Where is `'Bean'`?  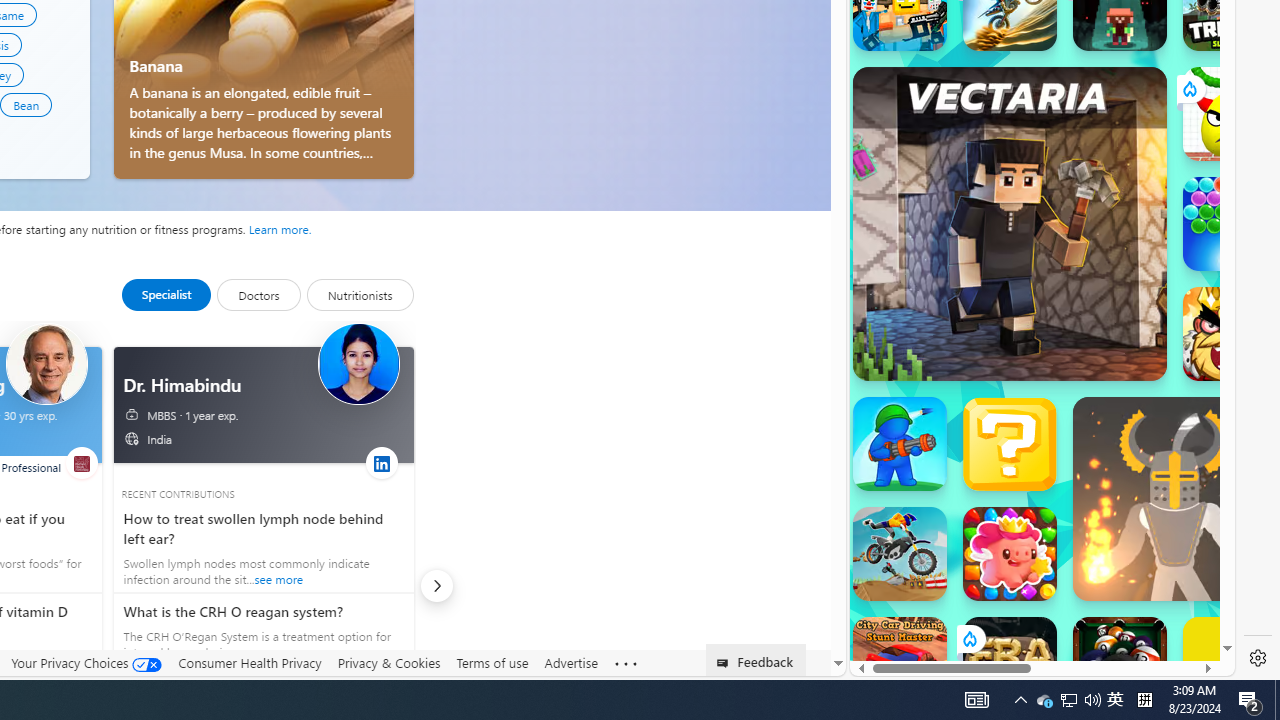
'Bean' is located at coordinates (26, 104).